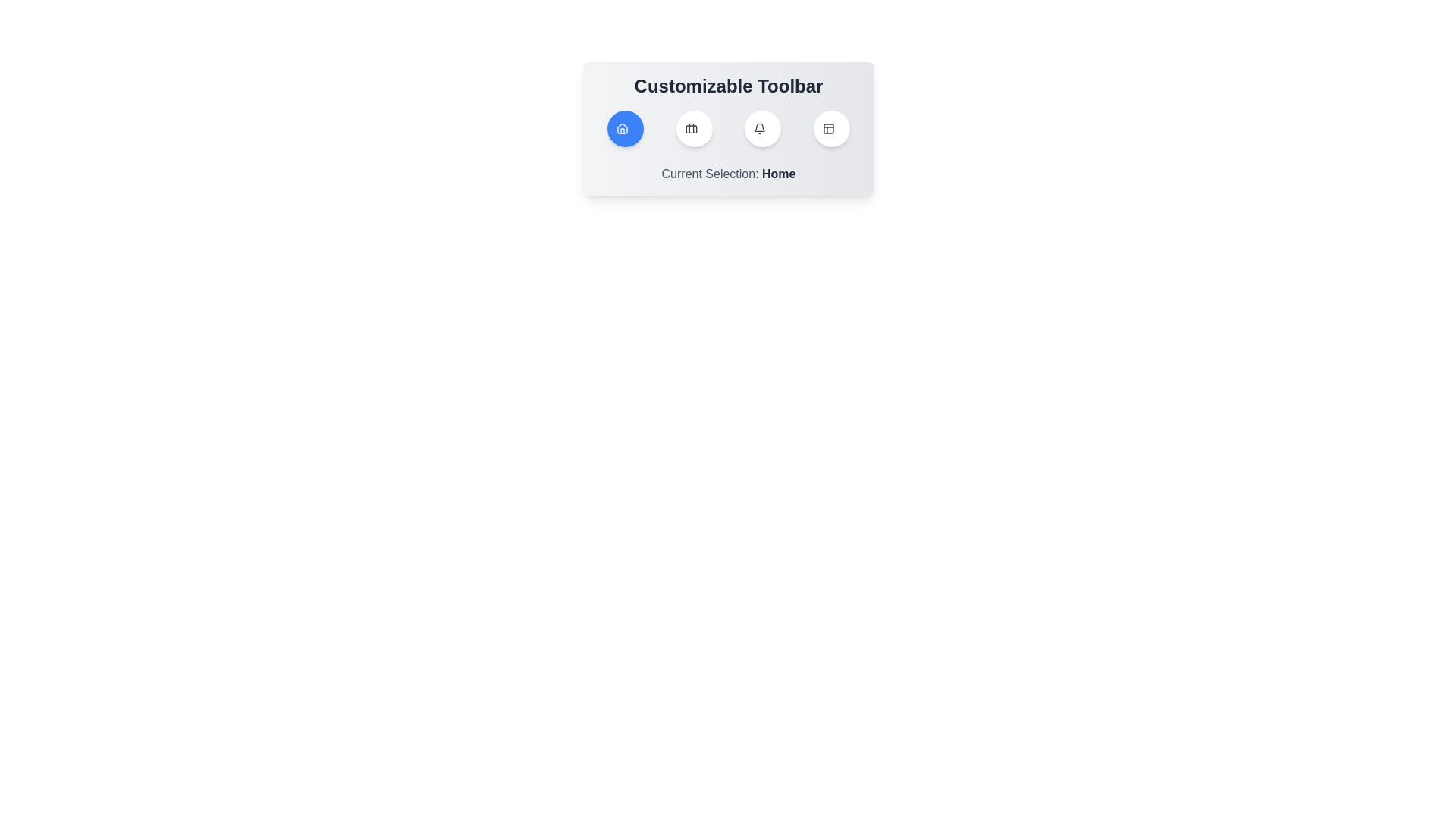 This screenshot has height=819, width=1456. Describe the element at coordinates (830, 127) in the screenshot. I see `the fifth icon button in the customizable toolbar` at that location.